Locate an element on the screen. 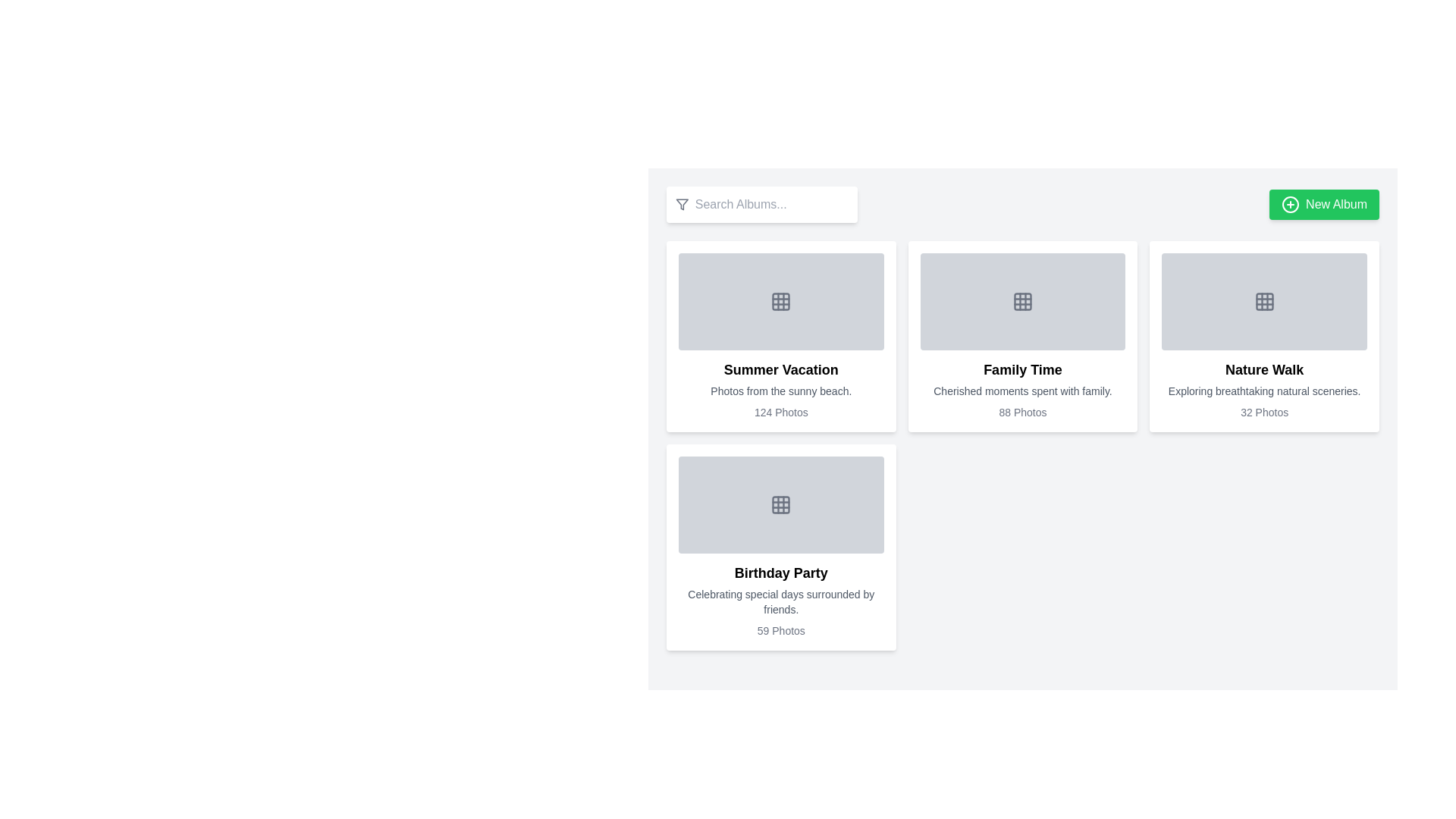 This screenshot has height=819, width=1456. the circular add icon with a plus symbol, located to the left of the 'New Album' button is located at coordinates (1290, 205).